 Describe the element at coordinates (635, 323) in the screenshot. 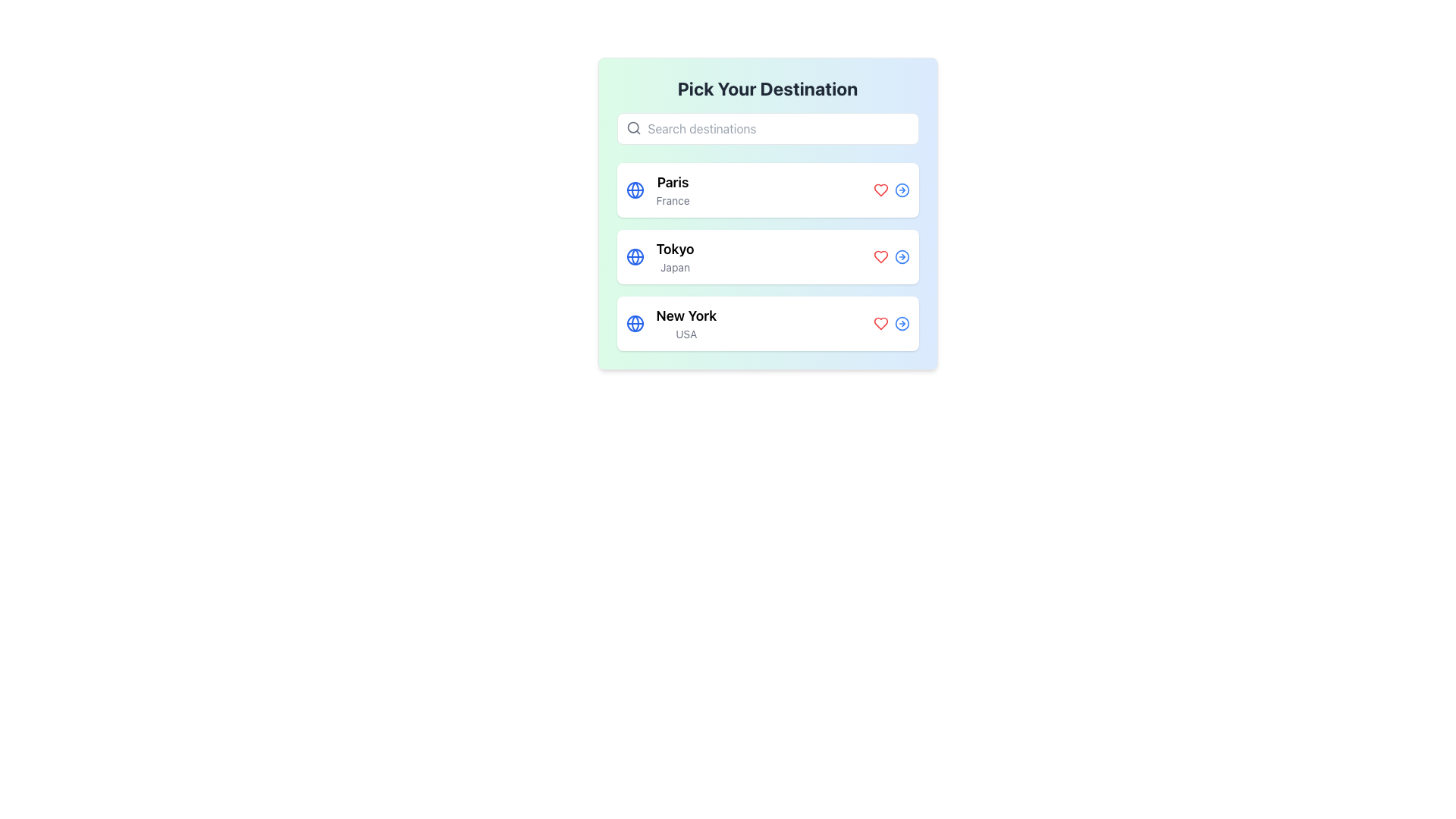

I see `the globe icon indicating international context for the 'New York' entry, located on the left side of the entry` at that location.